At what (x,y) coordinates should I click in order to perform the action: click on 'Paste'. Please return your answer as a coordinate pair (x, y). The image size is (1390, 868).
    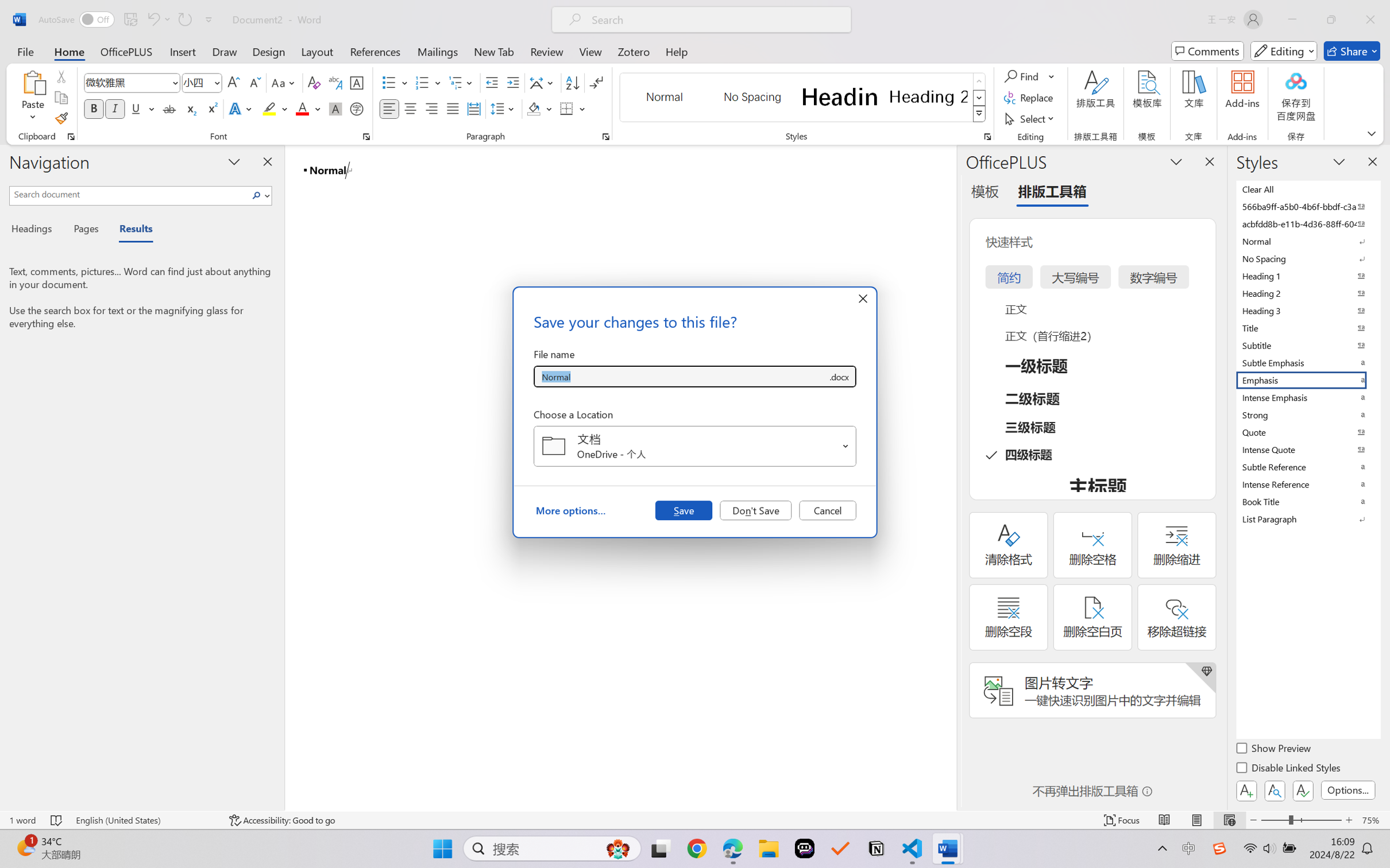
    Looking at the image, I should click on (33, 98).